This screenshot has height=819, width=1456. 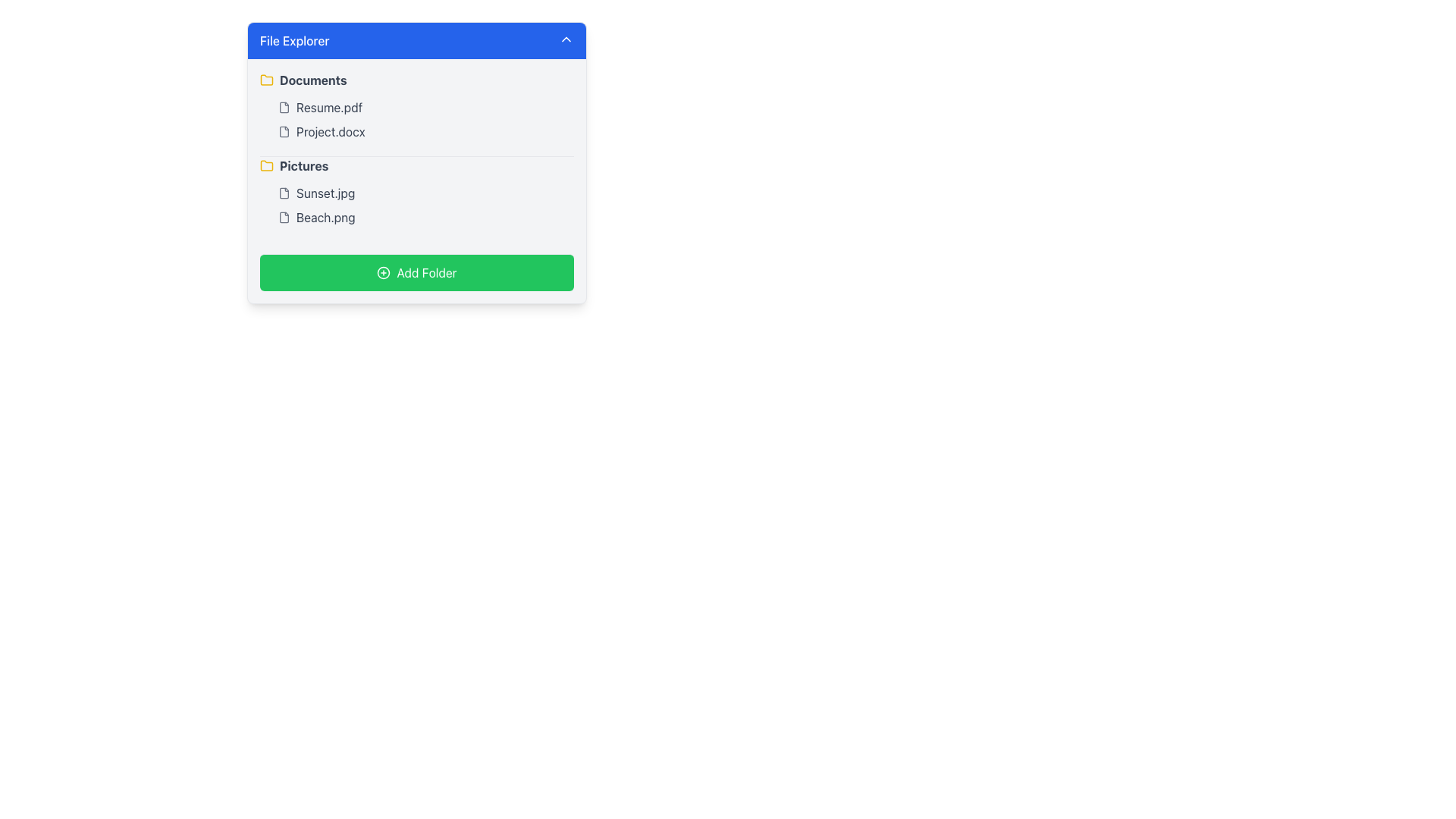 I want to click on the folder icon styled in light yellow, located in the 'Pictures' section of the file explorer, to the left of the text 'Pictures.', so click(x=266, y=165).